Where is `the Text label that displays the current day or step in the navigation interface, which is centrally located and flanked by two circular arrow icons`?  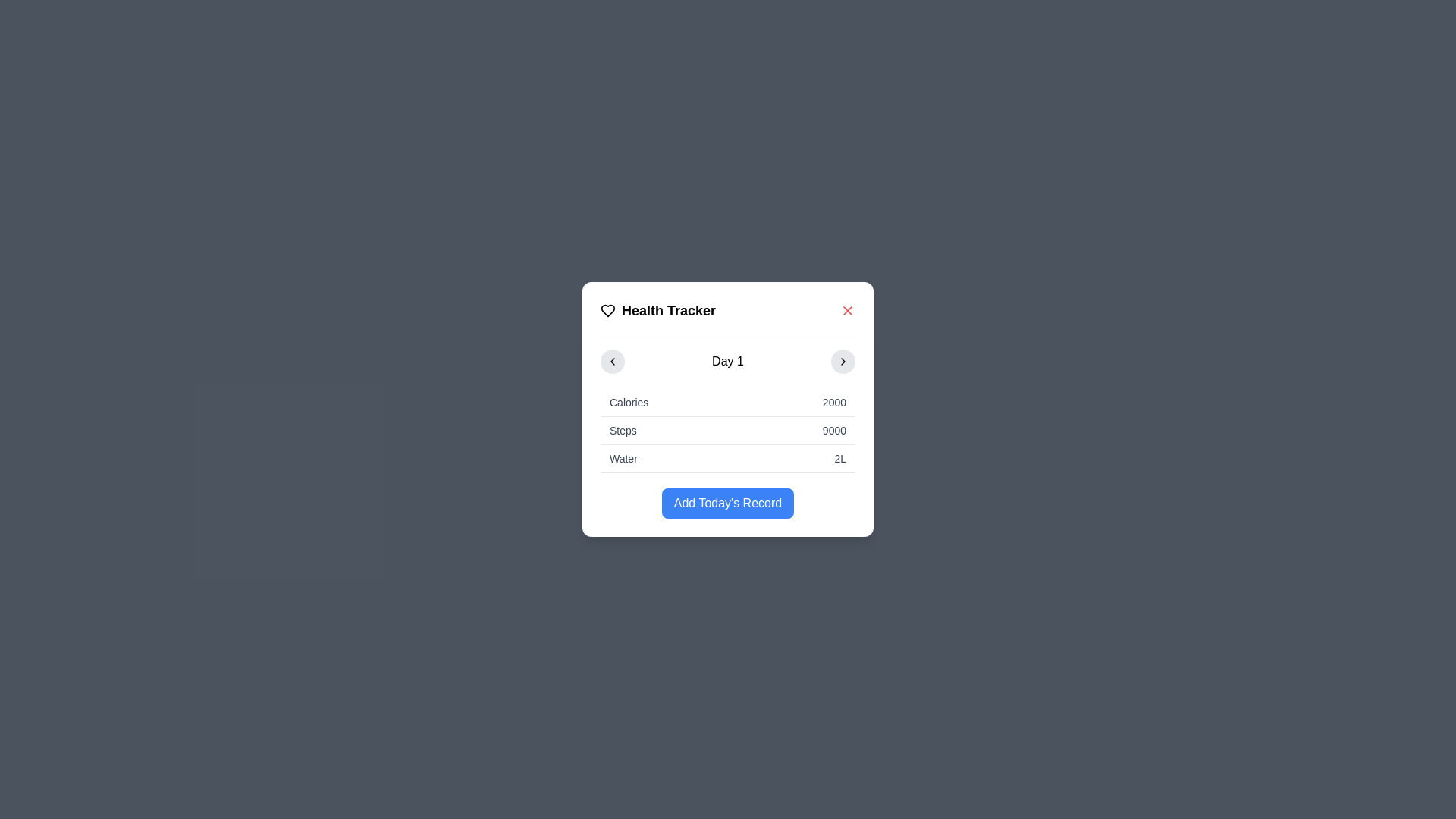
the Text label that displays the current day or step in the navigation interface, which is centrally located and flanked by two circular arrow icons is located at coordinates (728, 362).